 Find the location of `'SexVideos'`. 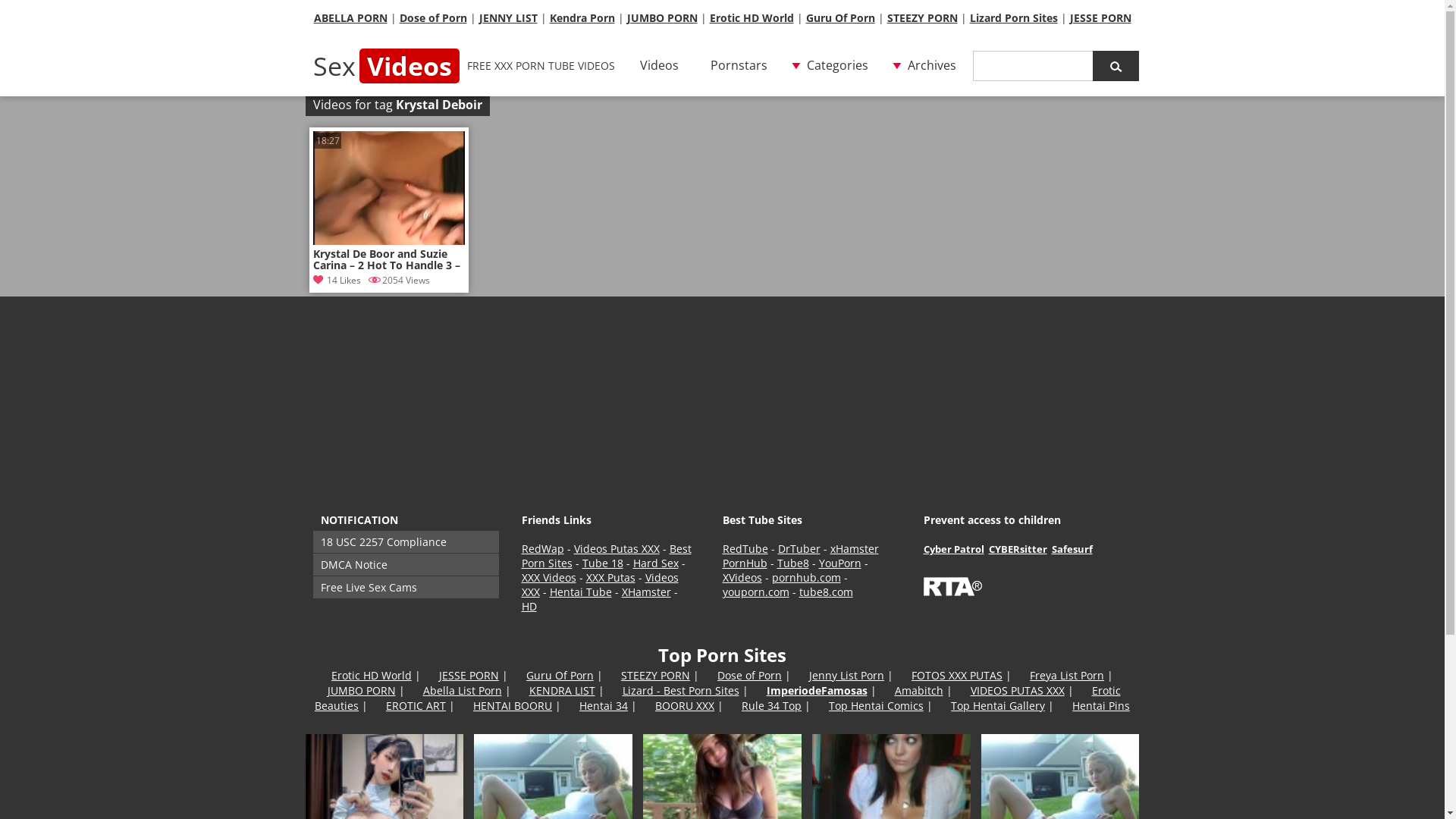

'SexVideos' is located at coordinates (385, 65).